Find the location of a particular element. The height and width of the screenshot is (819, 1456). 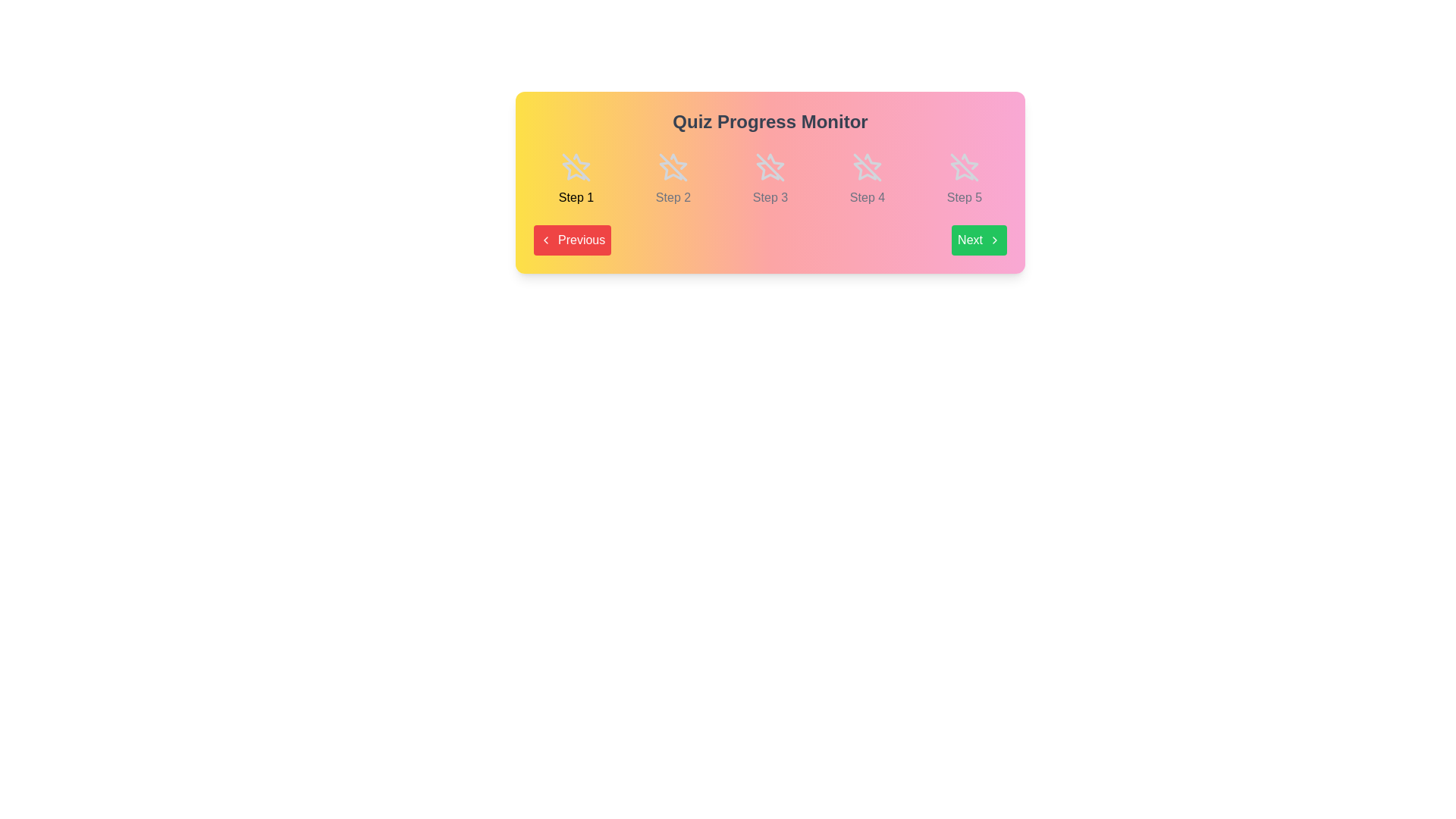

the Navigation control bar with buttons labeled 'Previous' and 'Next', which is positioned under the progress indicator and part of the 'Quiz Progress Monitor' is located at coordinates (770, 239).